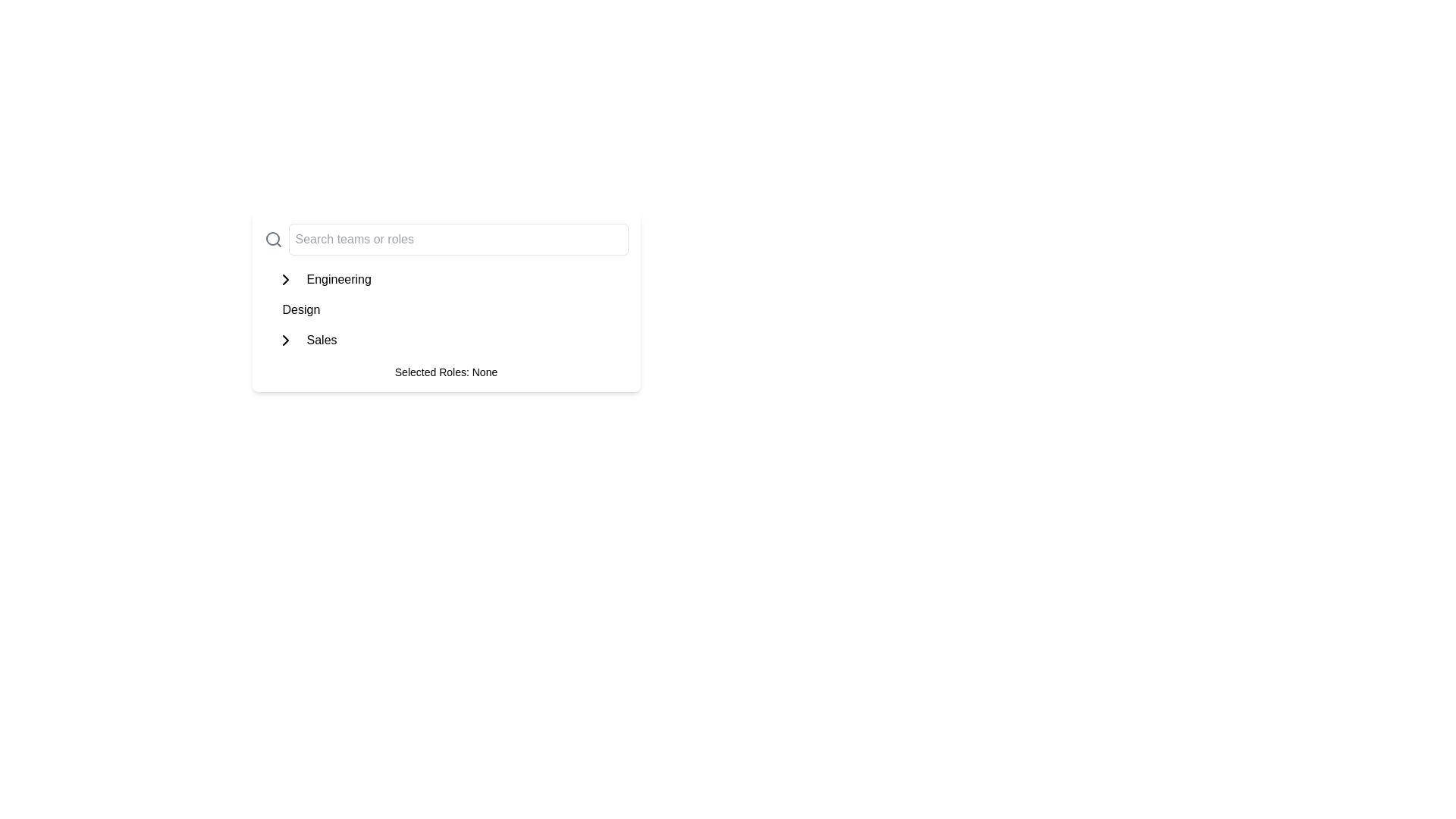 This screenshot has width=1456, height=819. Describe the element at coordinates (463, 280) in the screenshot. I see `the 'Engineering' button, which is a rectangular button with rounded corners and a light background, located above the 'Design' and 'Sales' options in the list` at that location.